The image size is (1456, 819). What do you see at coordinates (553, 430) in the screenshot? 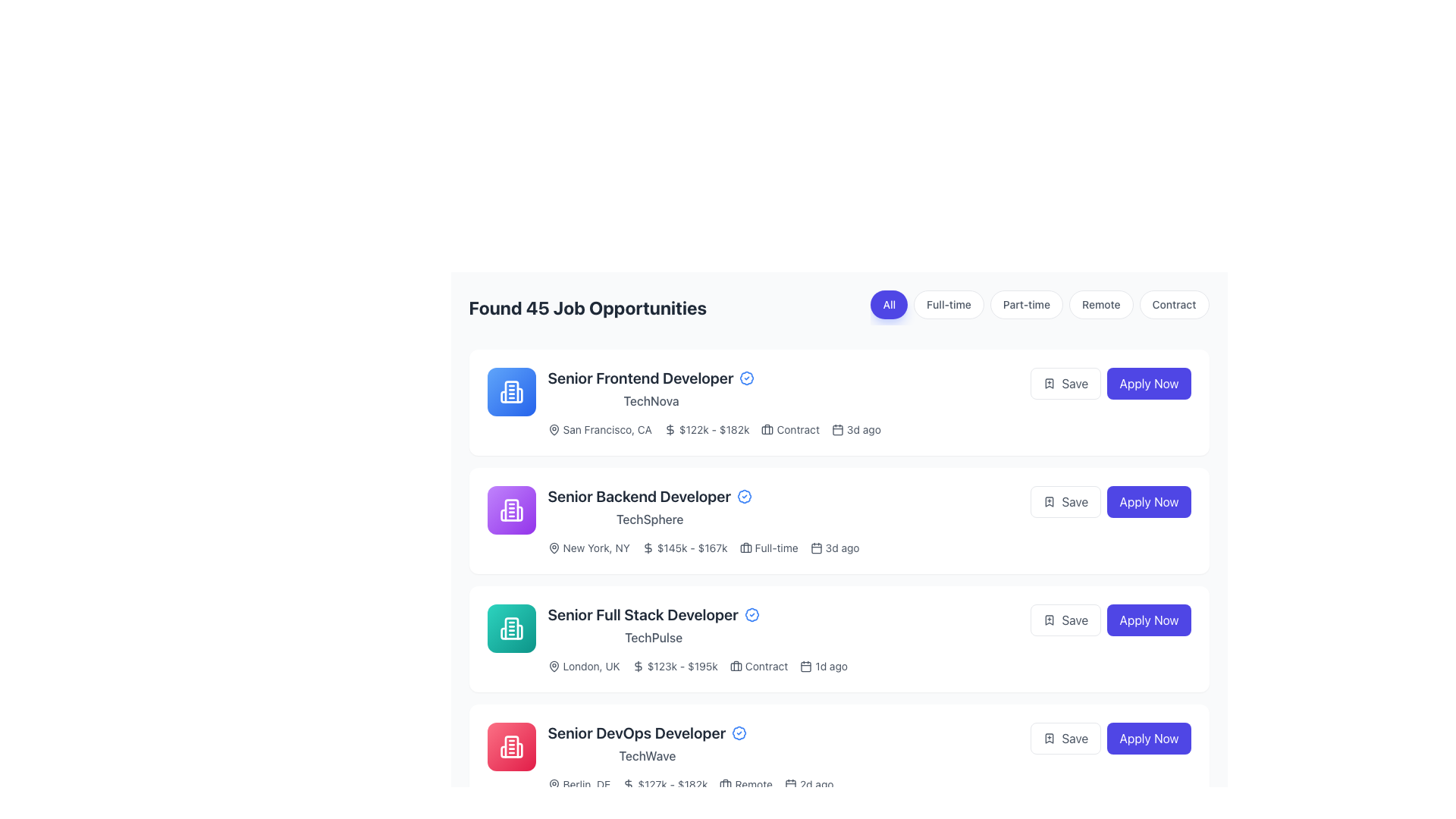
I see `the small, circular pin icon representing a location, located to the left of the text 'San Francisco, CA' in the first job listing` at bounding box center [553, 430].